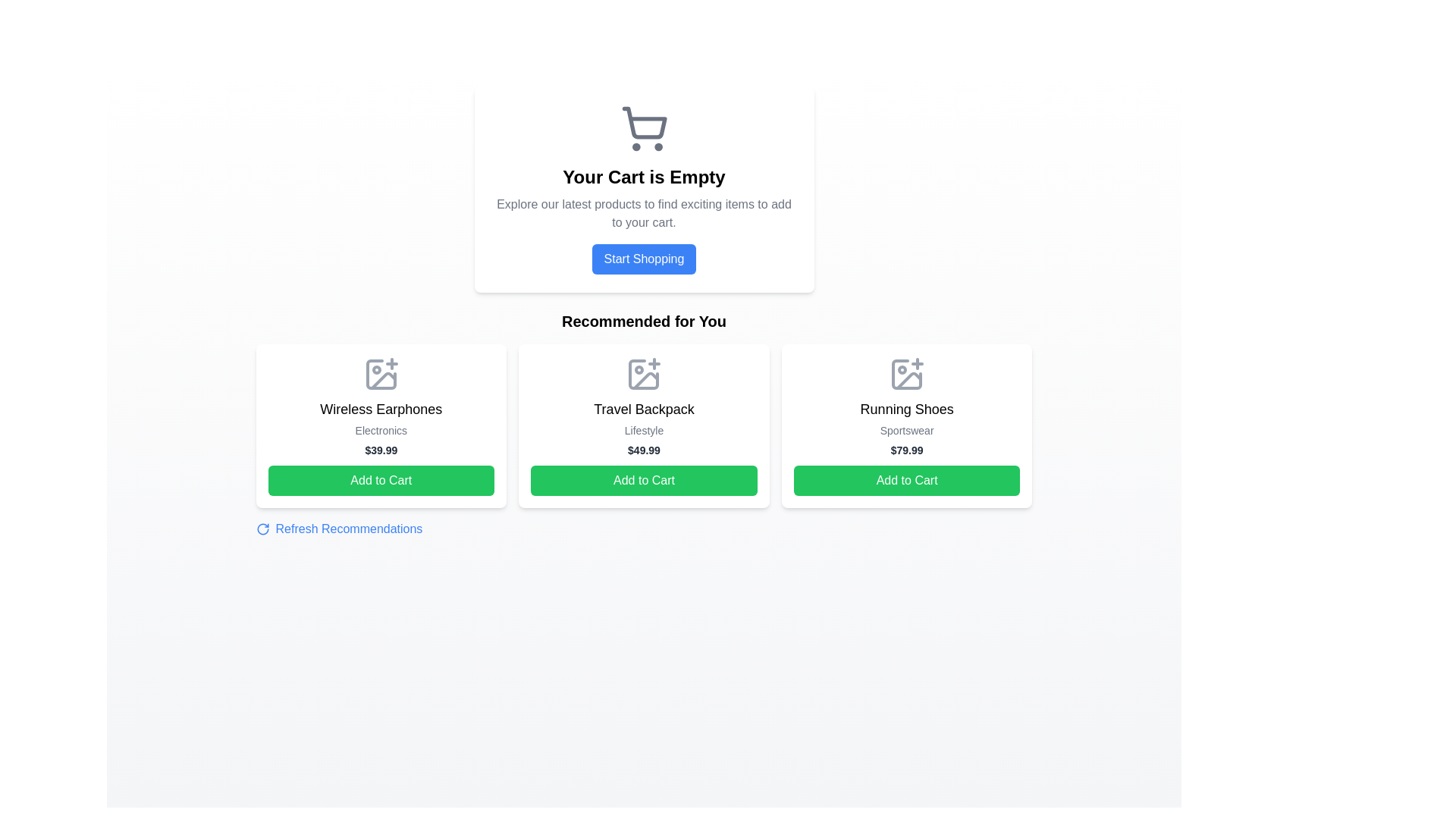  What do you see at coordinates (644, 122) in the screenshot?
I see `the shopping cart icon located at the top center of the user interface within the 'Your Cart is Empty' section, which represents the main body of the cart in the SVG graphic` at bounding box center [644, 122].